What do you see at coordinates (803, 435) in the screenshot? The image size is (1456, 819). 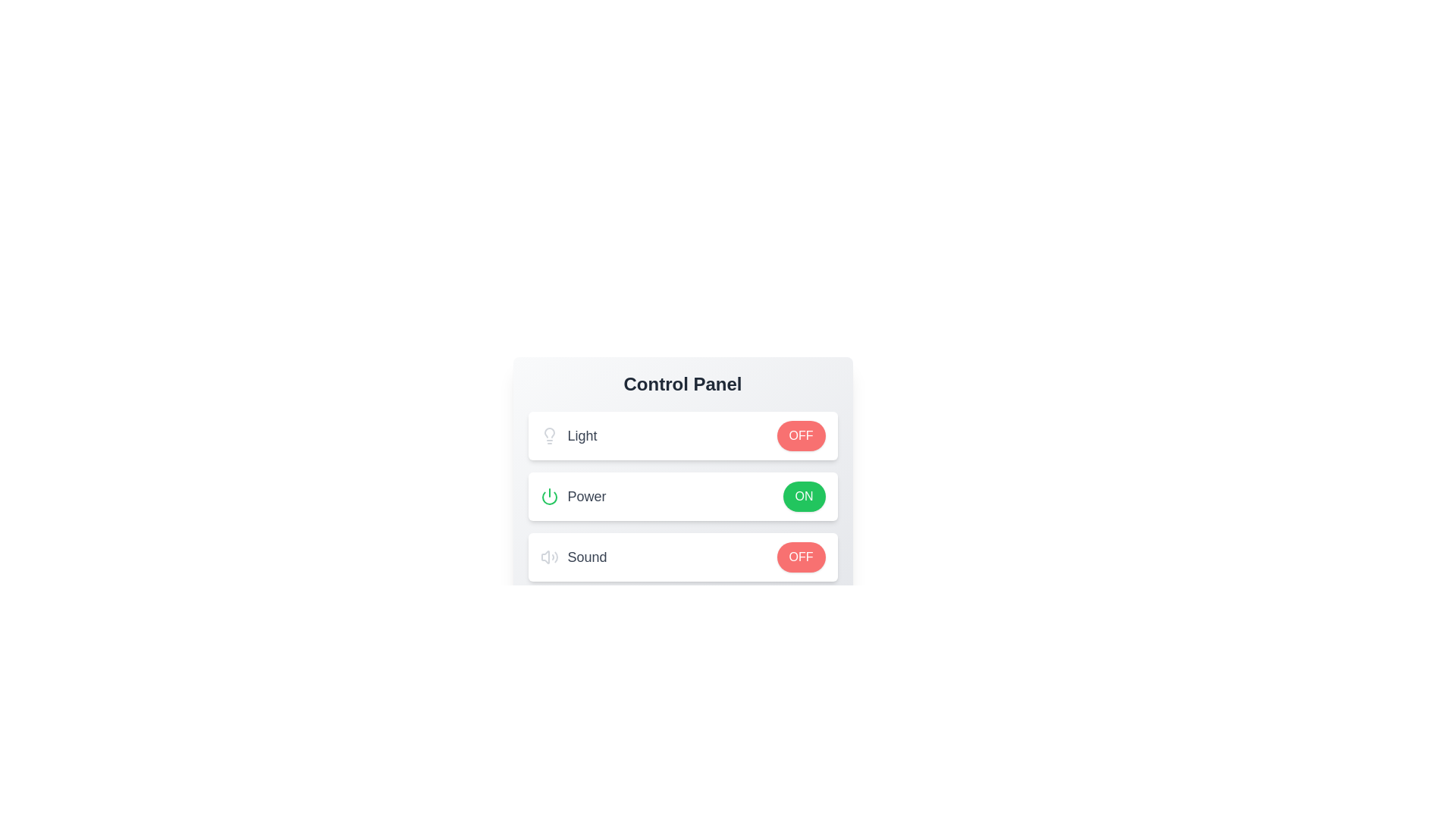 I see `button corresponding to the control Light and state ON` at bounding box center [803, 435].